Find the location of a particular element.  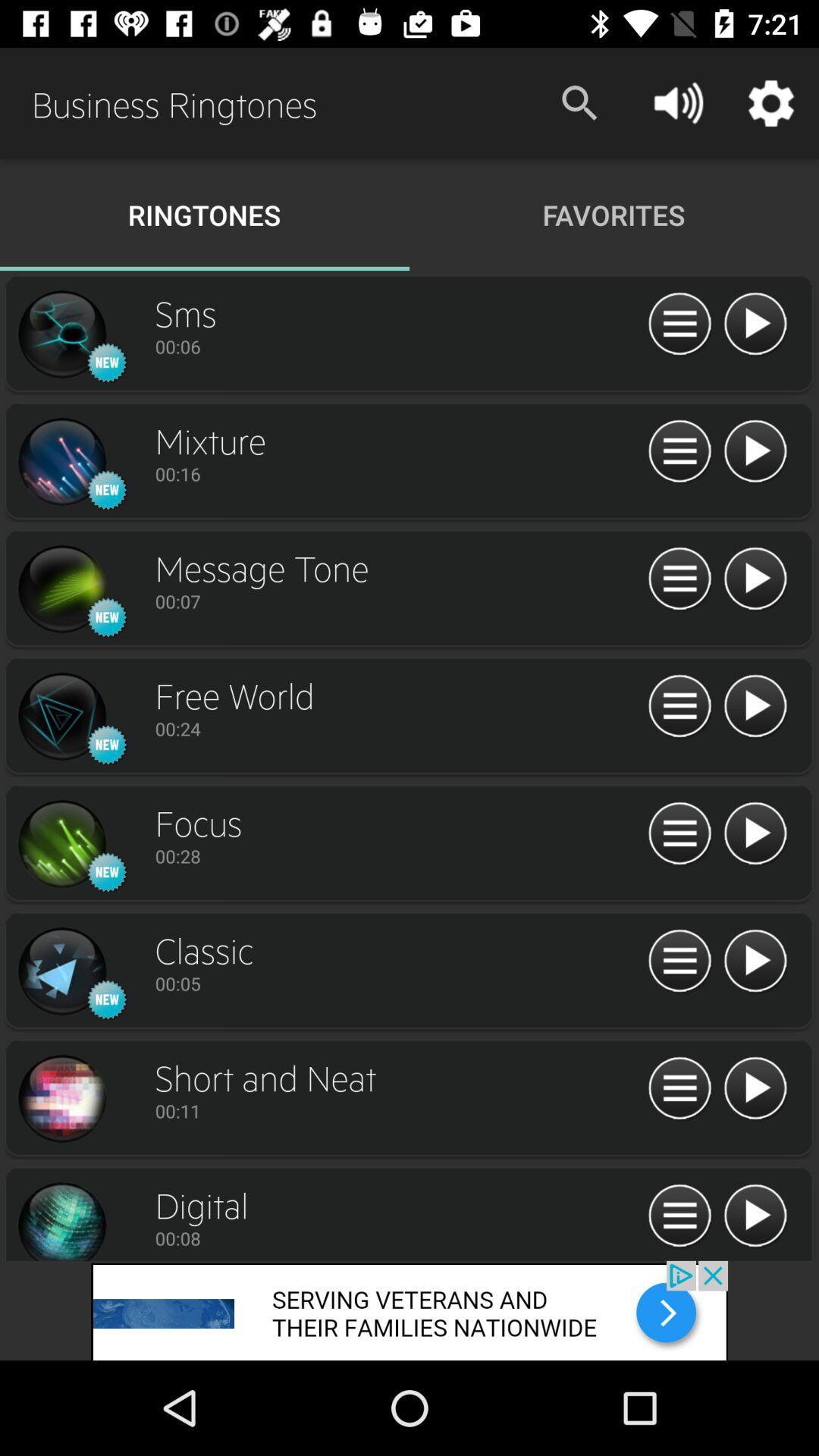

to play the ringtone is located at coordinates (755, 961).